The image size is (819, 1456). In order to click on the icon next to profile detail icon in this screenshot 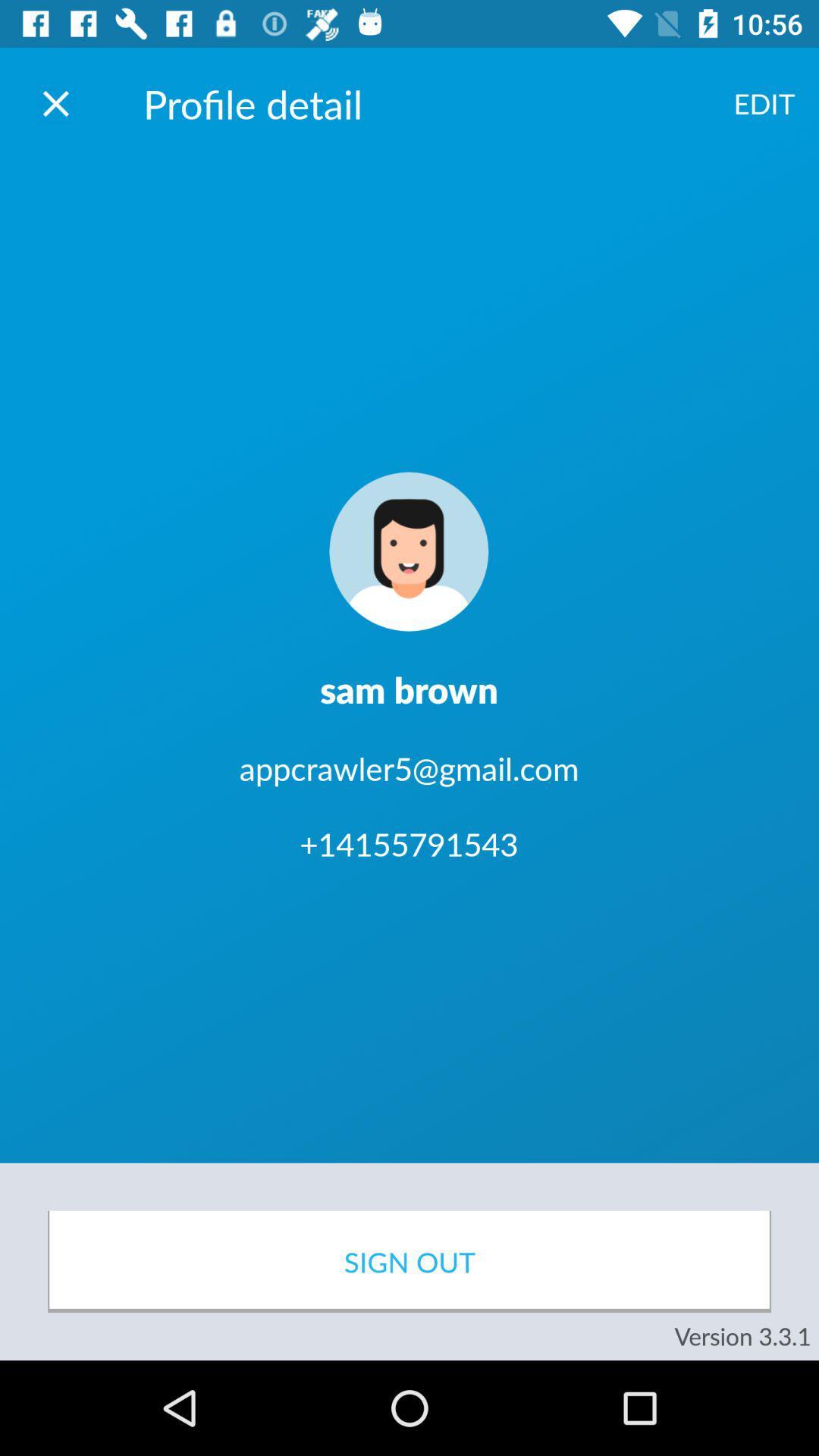, I will do `click(55, 102)`.